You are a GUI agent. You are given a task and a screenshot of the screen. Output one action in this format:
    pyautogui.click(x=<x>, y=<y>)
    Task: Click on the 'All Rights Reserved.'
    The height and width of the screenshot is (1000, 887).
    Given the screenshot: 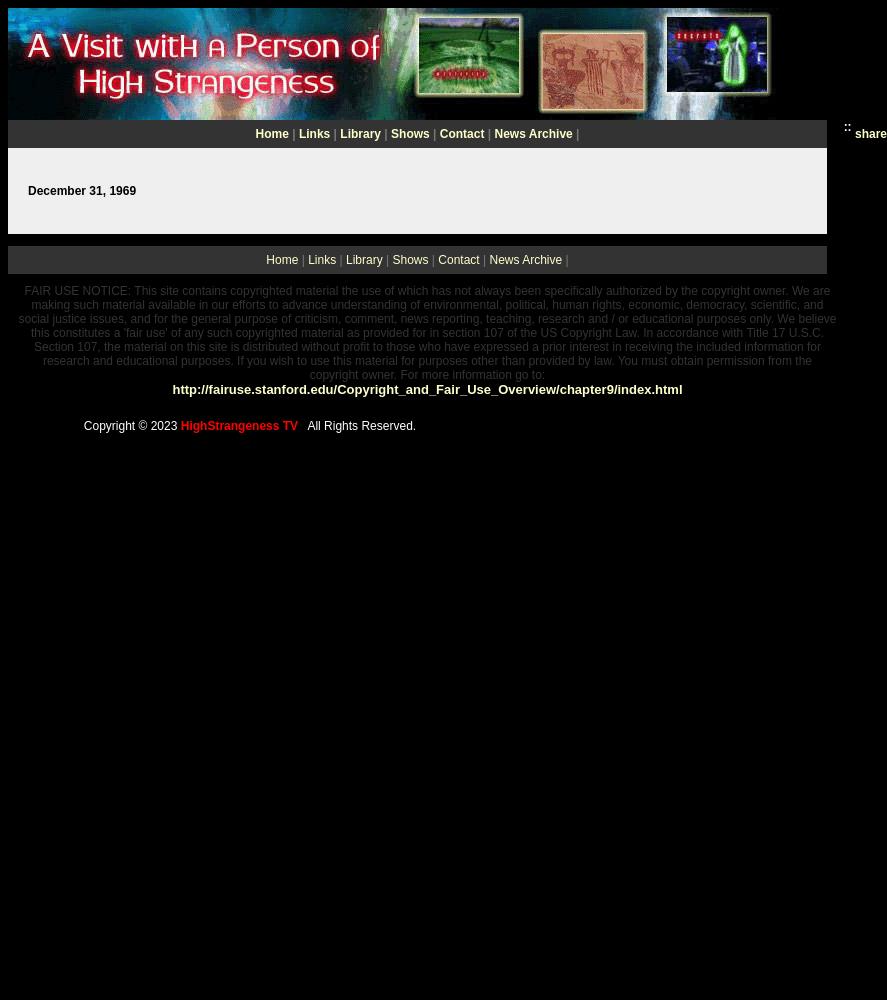 What is the action you would take?
    pyautogui.click(x=298, y=426)
    